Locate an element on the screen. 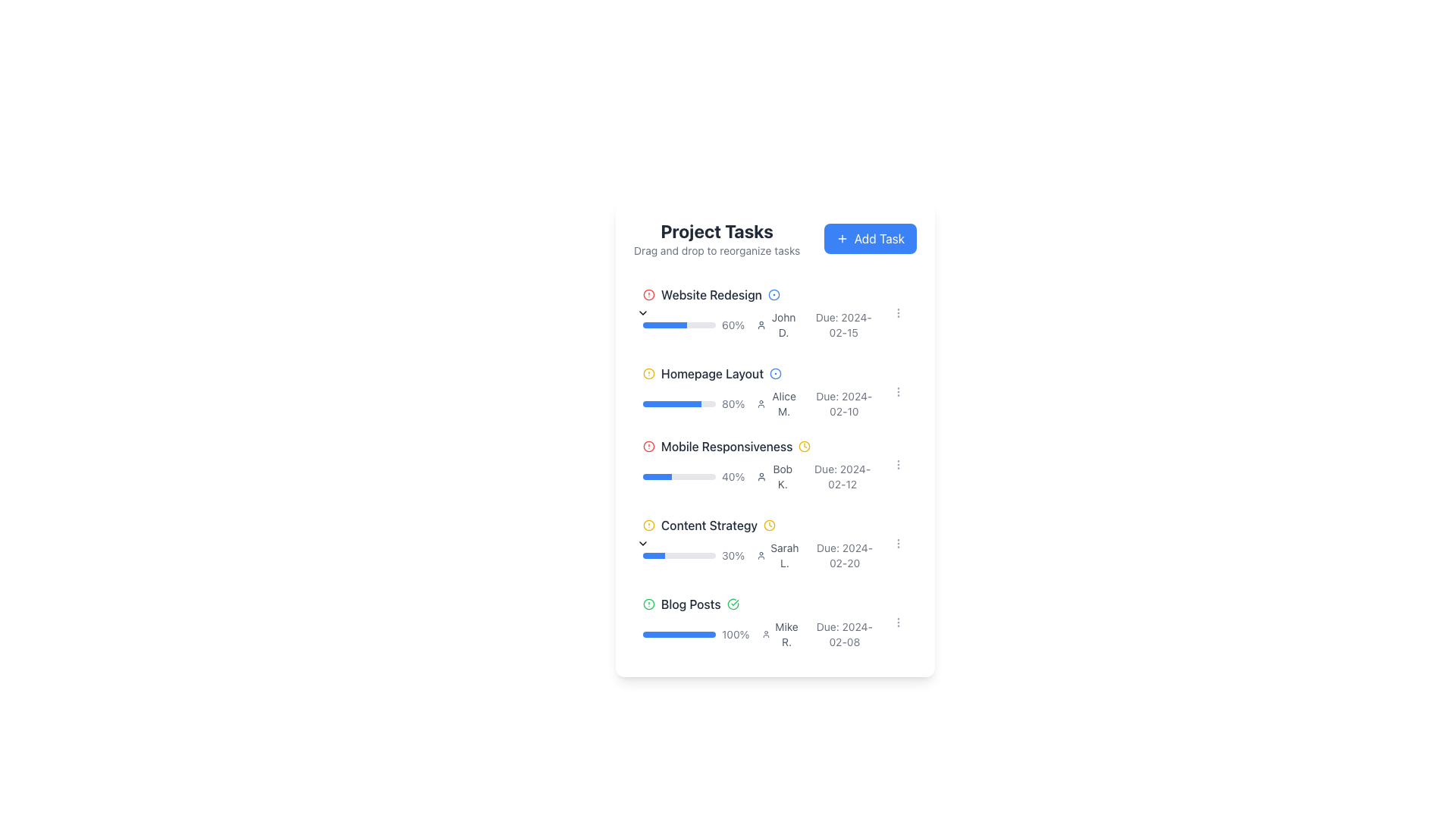  more details about the task entry labeled 'Blog Posts', which shows 100% progress and has a green checkmark, assigned to 'Mike R.' with a due date of '2024-02-08' is located at coordinates (775, 623).